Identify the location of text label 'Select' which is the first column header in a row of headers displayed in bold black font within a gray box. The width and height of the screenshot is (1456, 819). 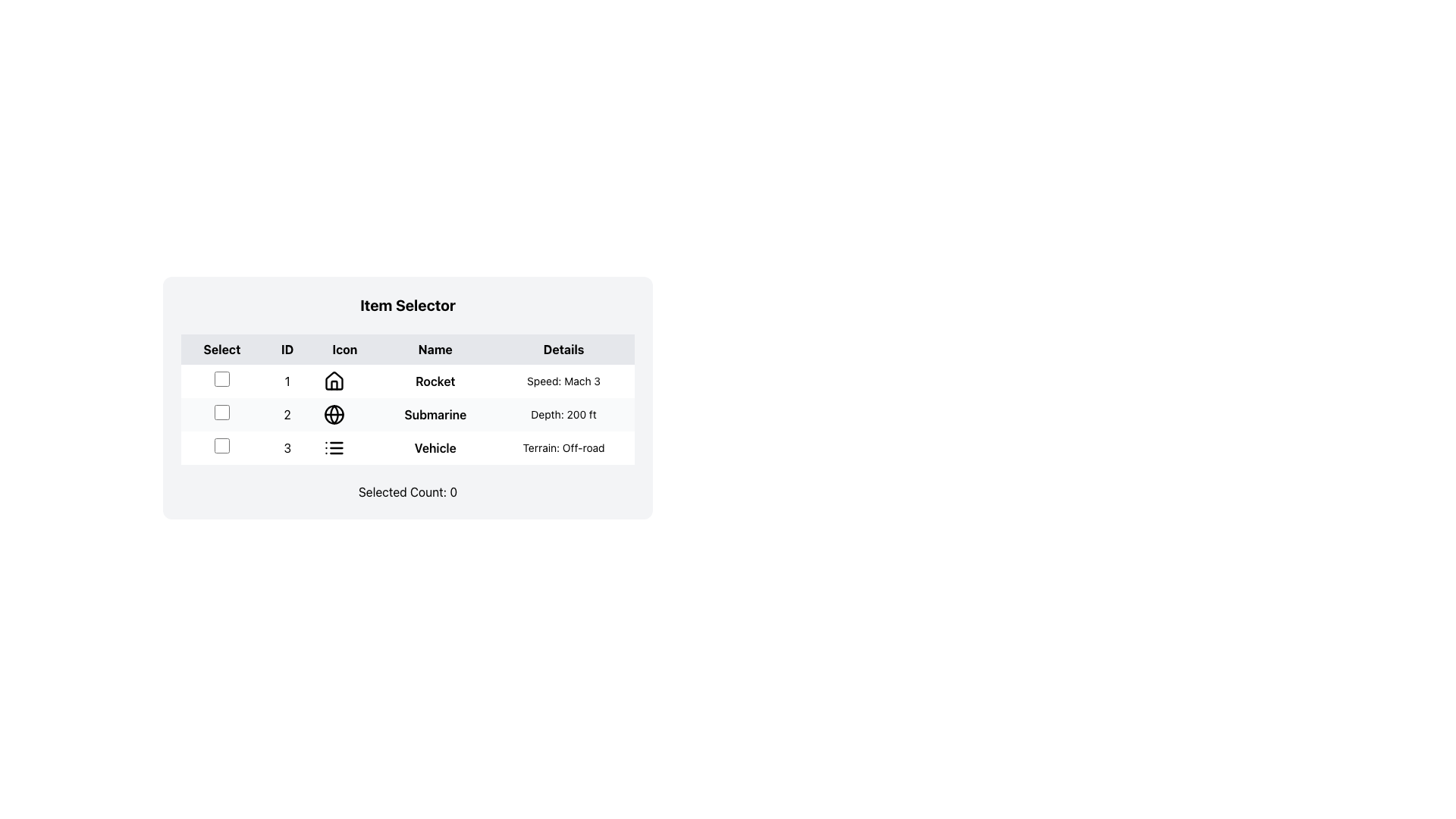
(221, 350).